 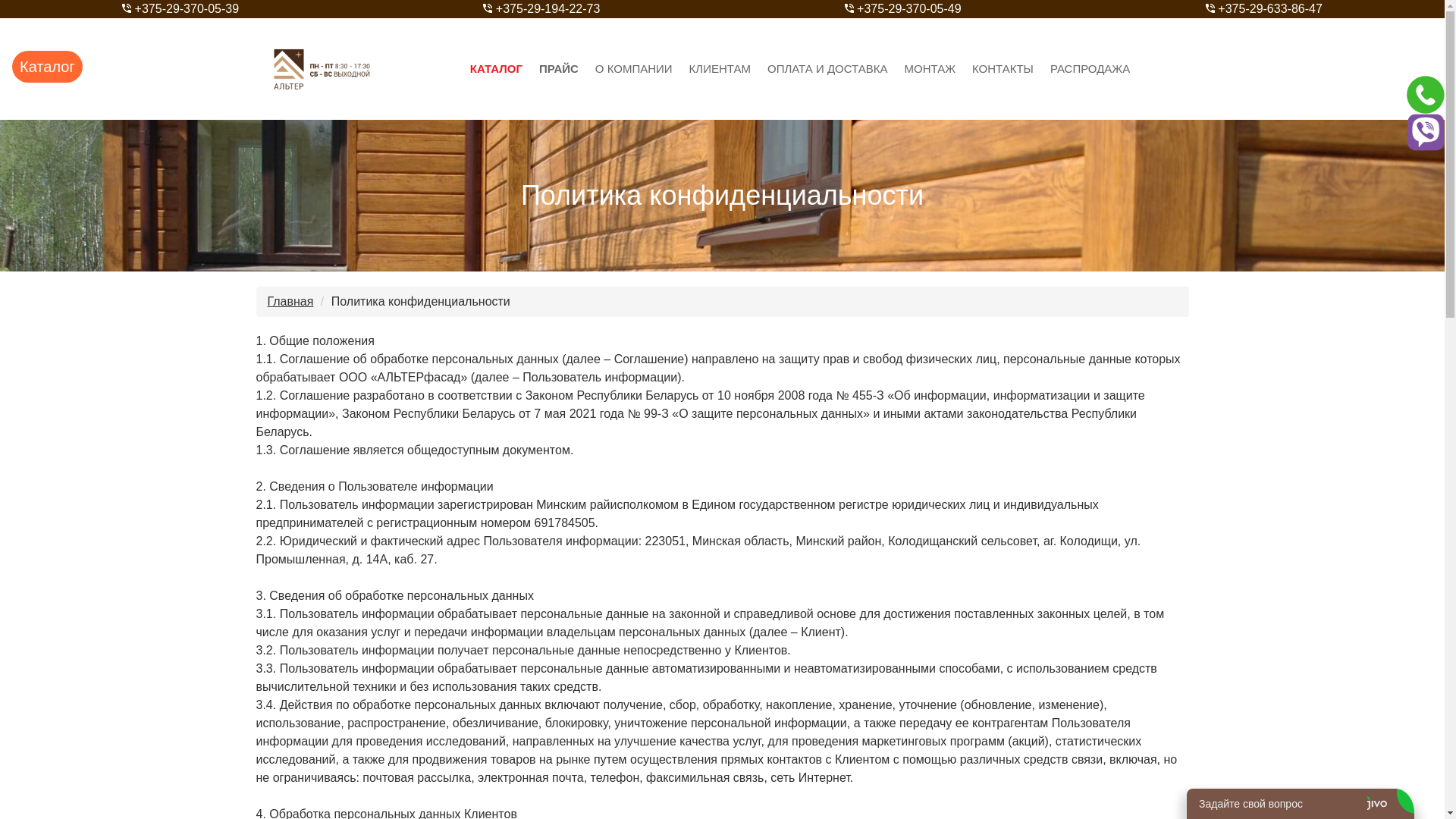 What do you see at coordinates (902, 8) in the screenshot?
I see `'+375-29-370-05-49'` at bounding box center [902, 8].